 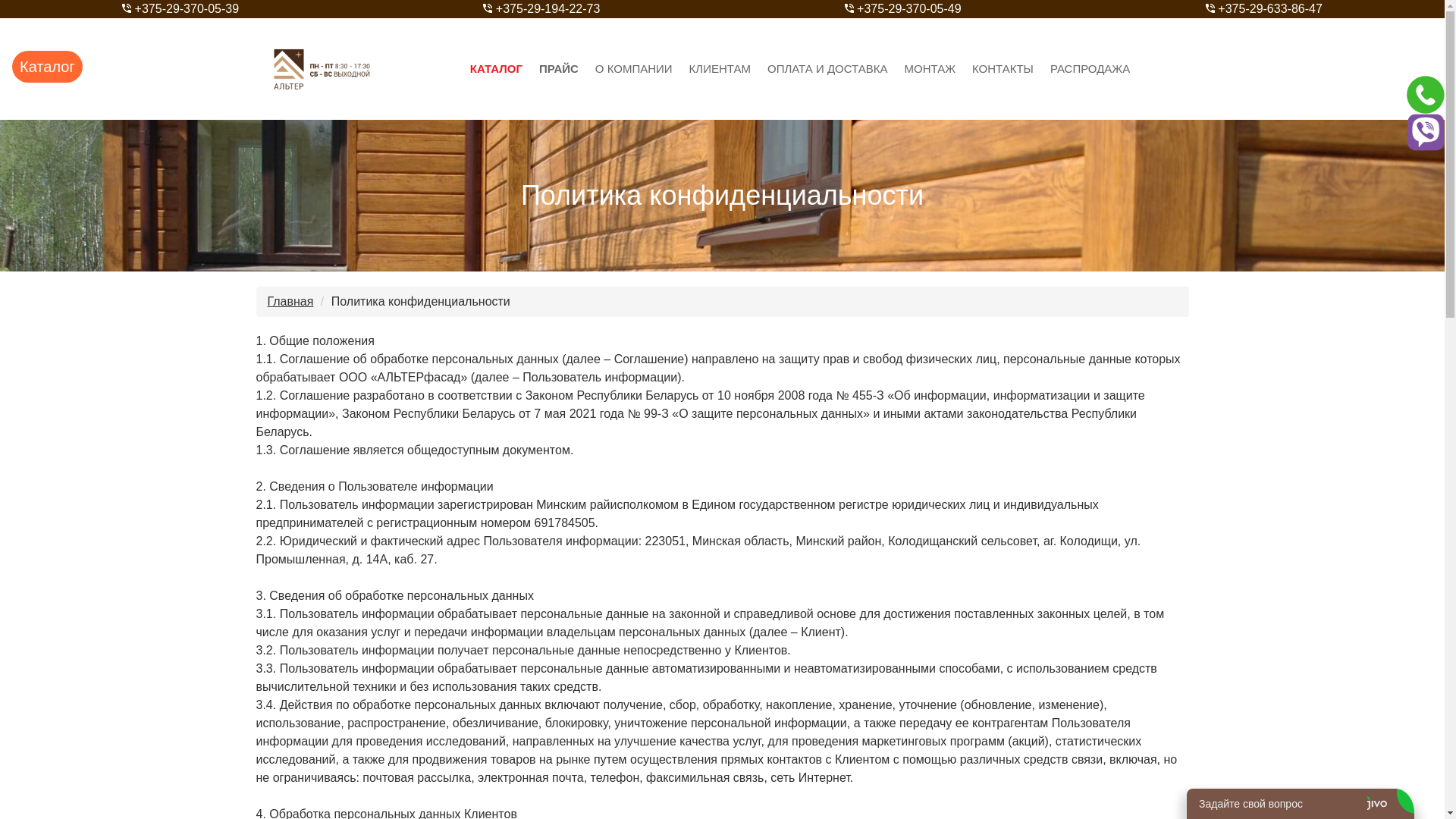 What do you see at coordinates (902, 8) in the screenshot?
I see `'+375-29-370-05-49'` at bounding box center [902, 8].